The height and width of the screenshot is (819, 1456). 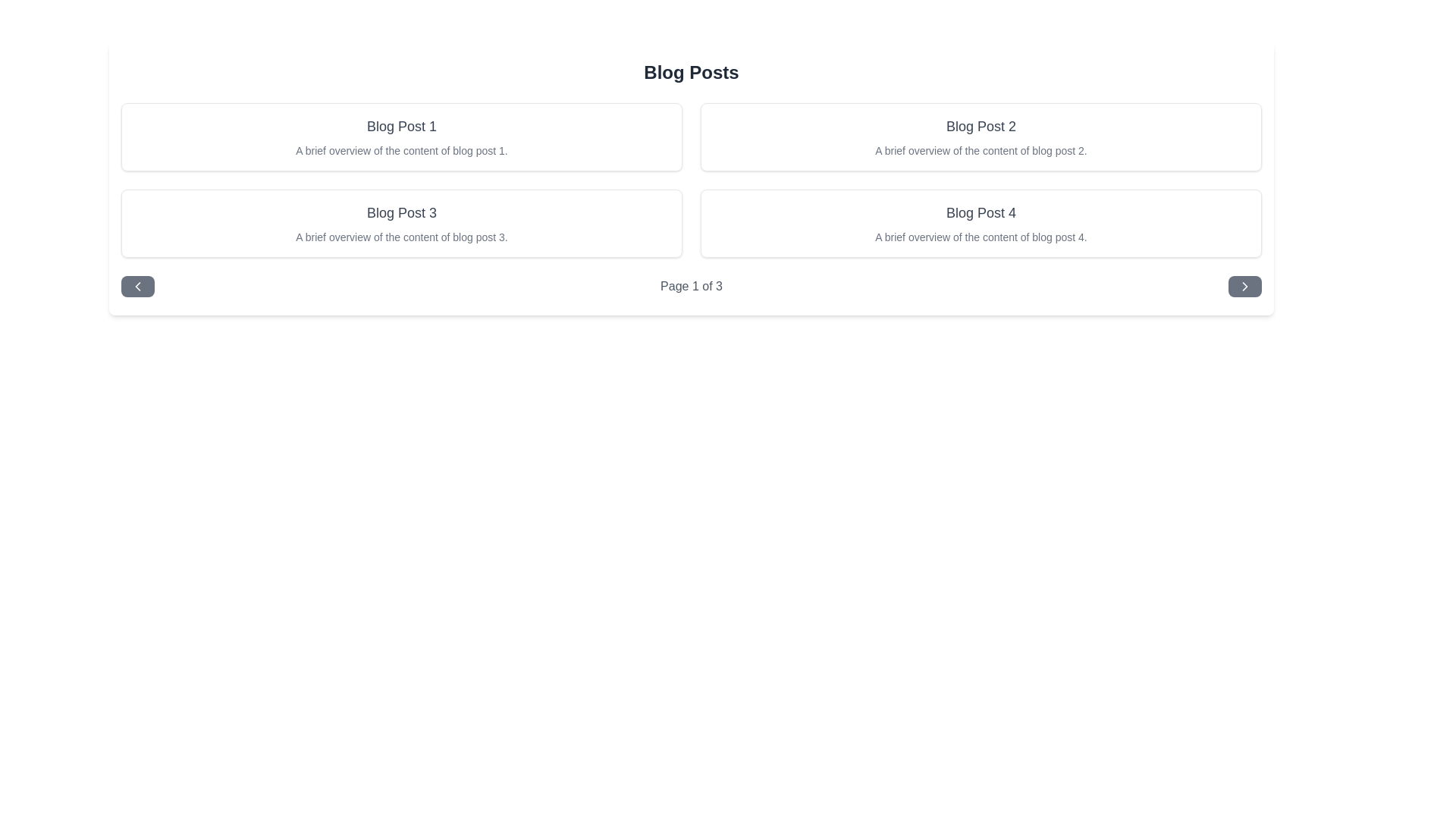 I want to click on the title of the first blog post summary card located at the top-left corner of the grid, so click(x=401, y=137).